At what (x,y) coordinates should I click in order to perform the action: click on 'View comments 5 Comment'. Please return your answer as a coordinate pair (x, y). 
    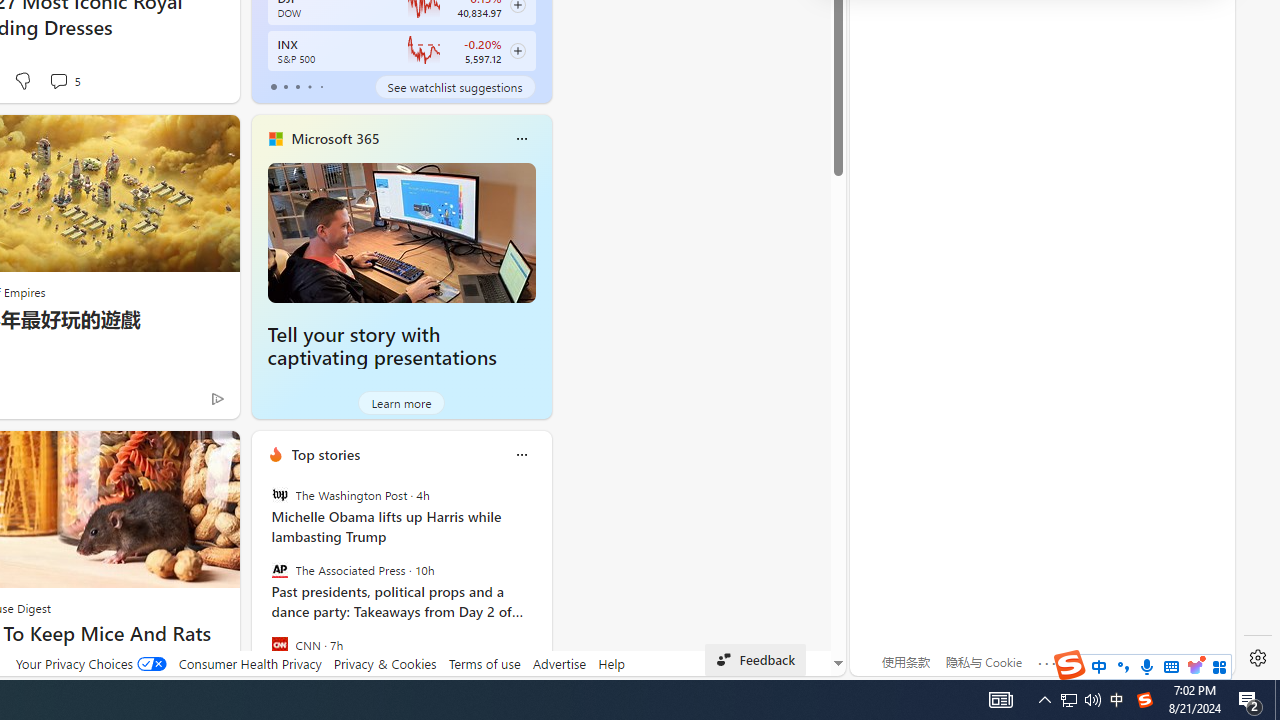
    Looking at the image, I should click on (64, 80).